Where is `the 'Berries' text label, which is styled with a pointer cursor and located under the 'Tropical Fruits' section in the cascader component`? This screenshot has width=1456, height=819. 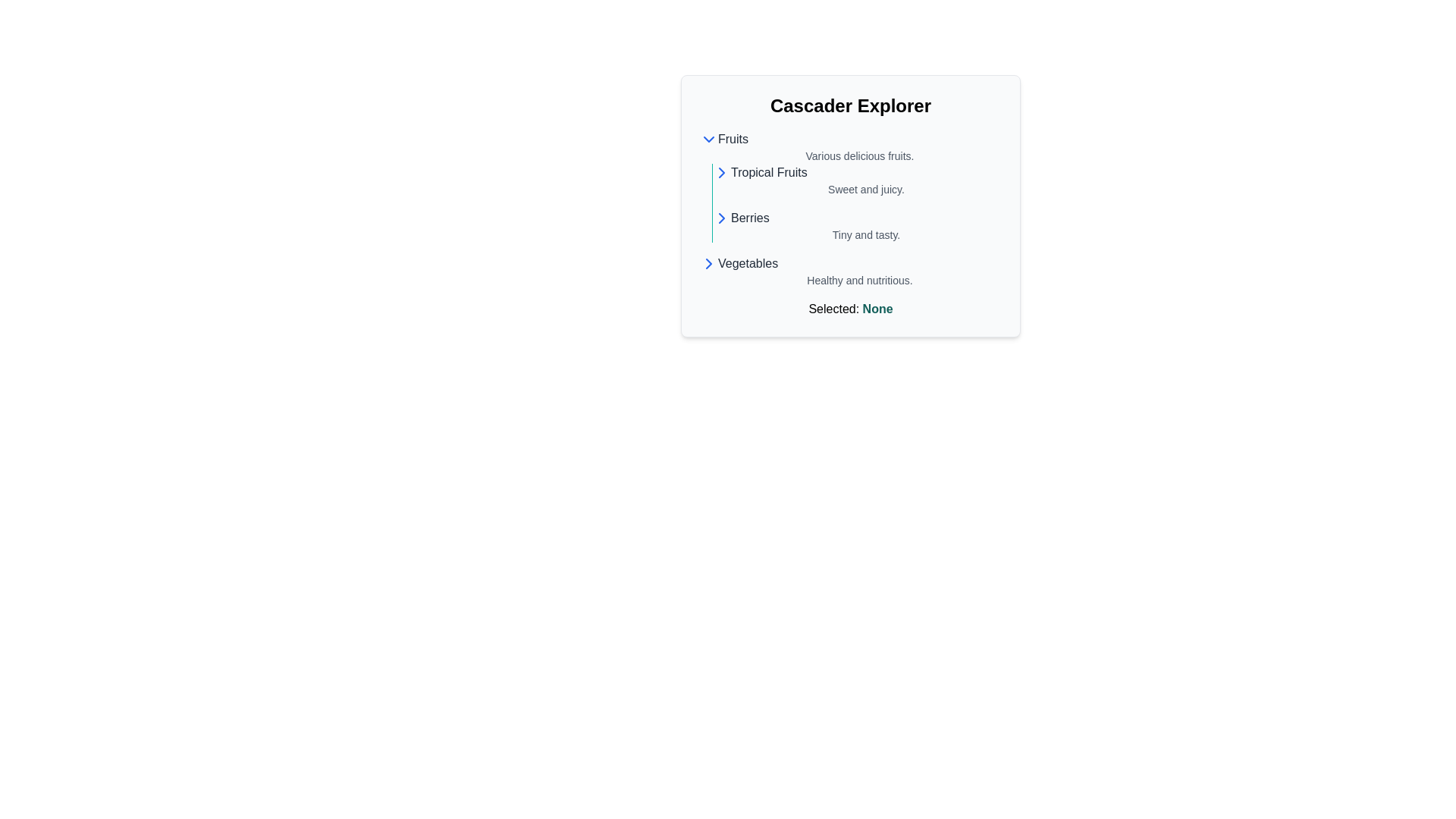 the 'Berries' text label, which is styled with a pointer cursor and located under the 'Tropical Fruits' section in the cascader component is located at coordinates (750, 218).